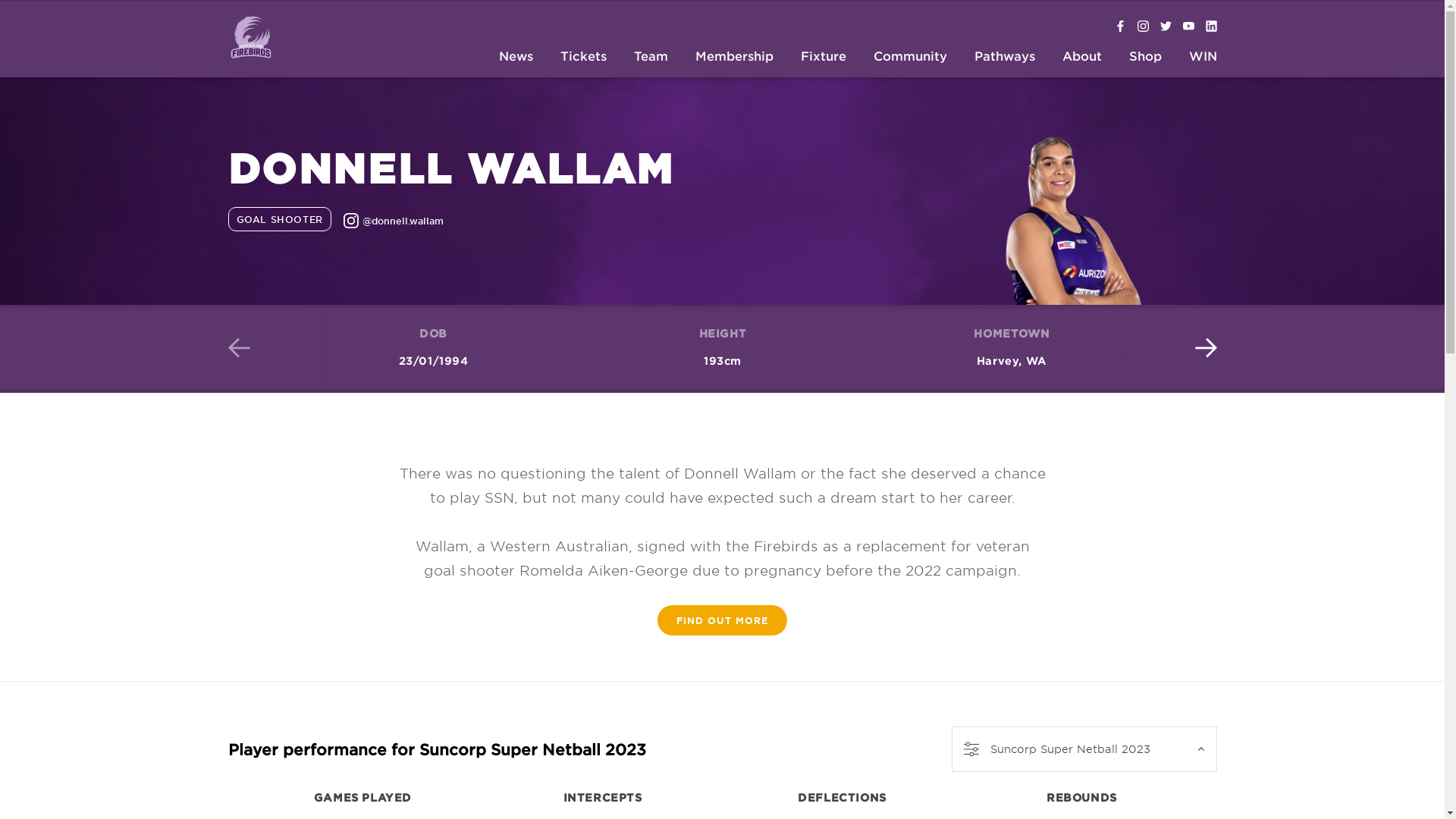 This screenshot has height=819, width=1456. What do you see at coordinates (1004, 57) in the screenshot?
I see `'Pathways'` at bounding box center [1004, 57].